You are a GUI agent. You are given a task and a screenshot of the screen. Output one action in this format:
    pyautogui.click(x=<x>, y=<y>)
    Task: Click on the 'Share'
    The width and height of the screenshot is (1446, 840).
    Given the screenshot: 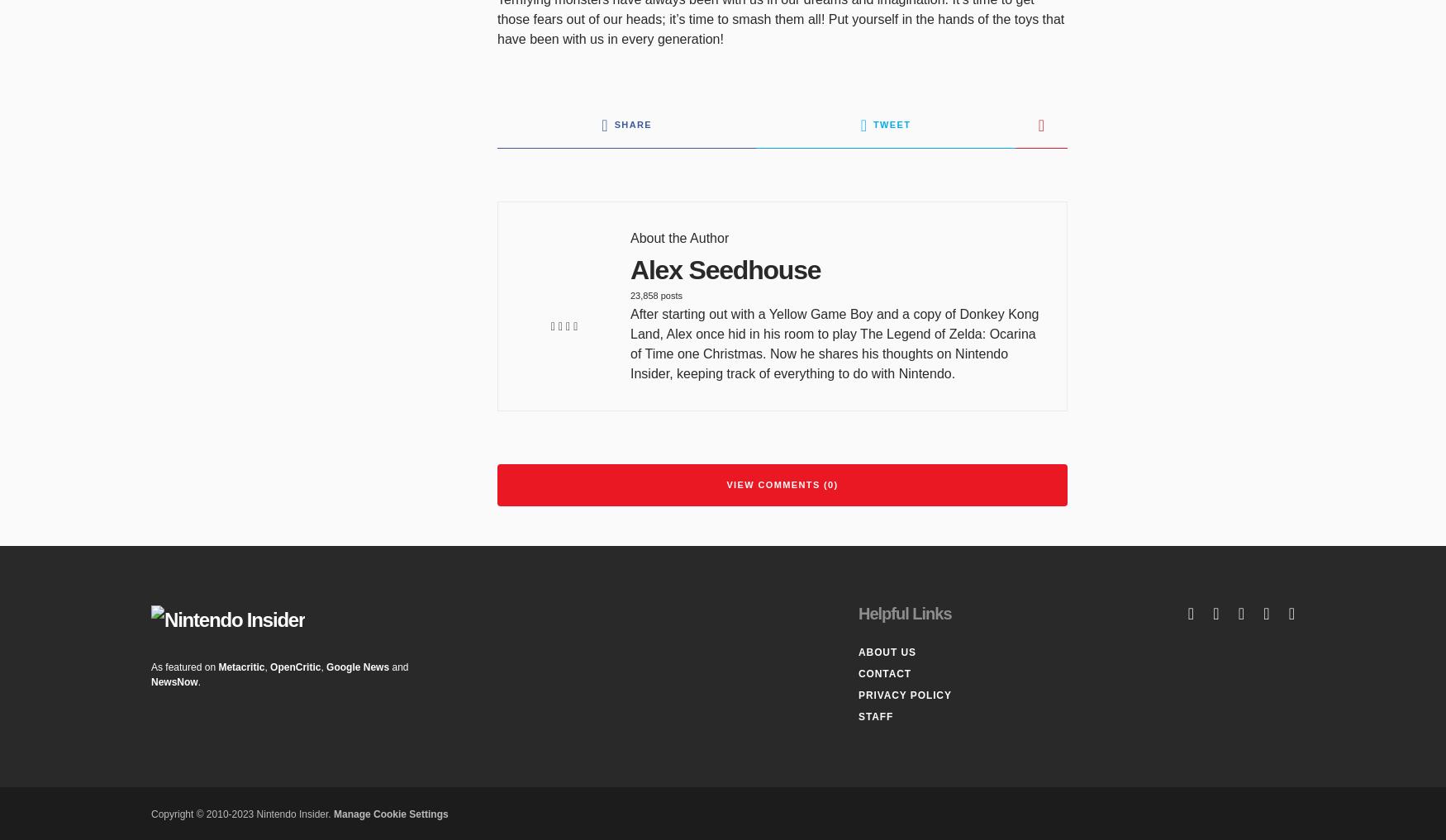 What is the action you would take?
    pyautogui.click(x=631, y=124)
    